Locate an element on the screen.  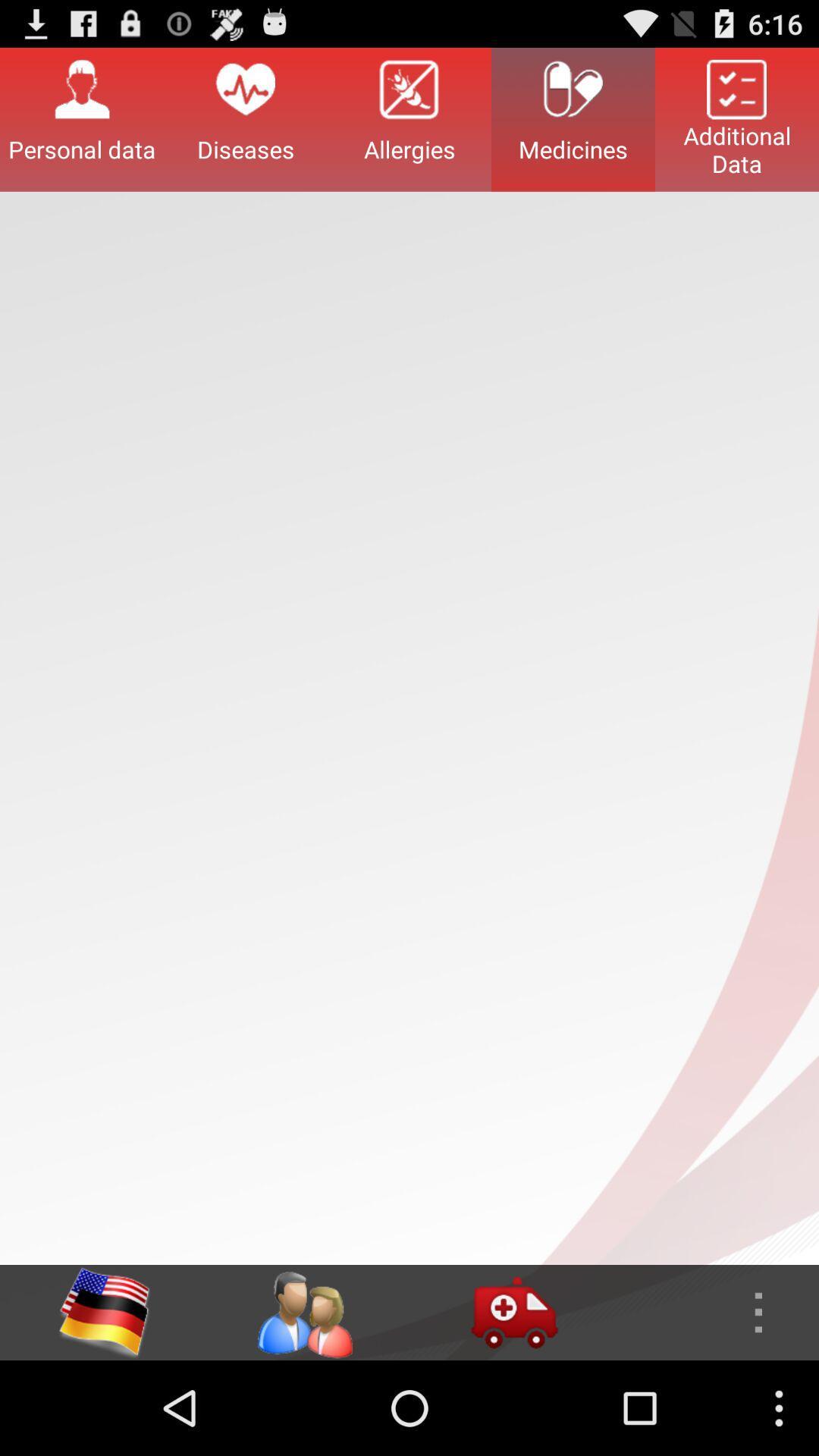
item next to diseases is located at coordinates (82, 118).